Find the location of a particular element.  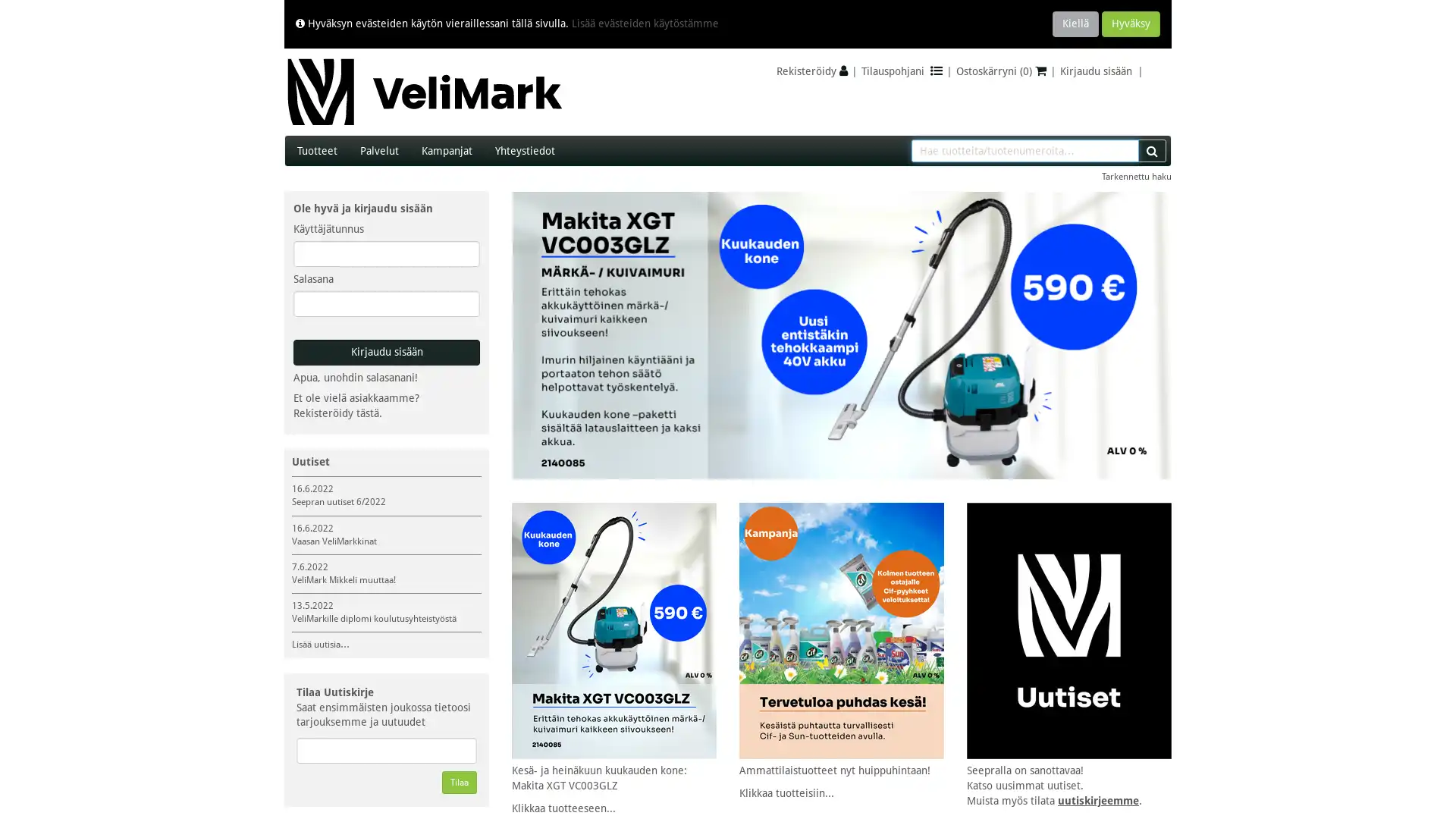

Kiella is located at coordinates (1075, 24).